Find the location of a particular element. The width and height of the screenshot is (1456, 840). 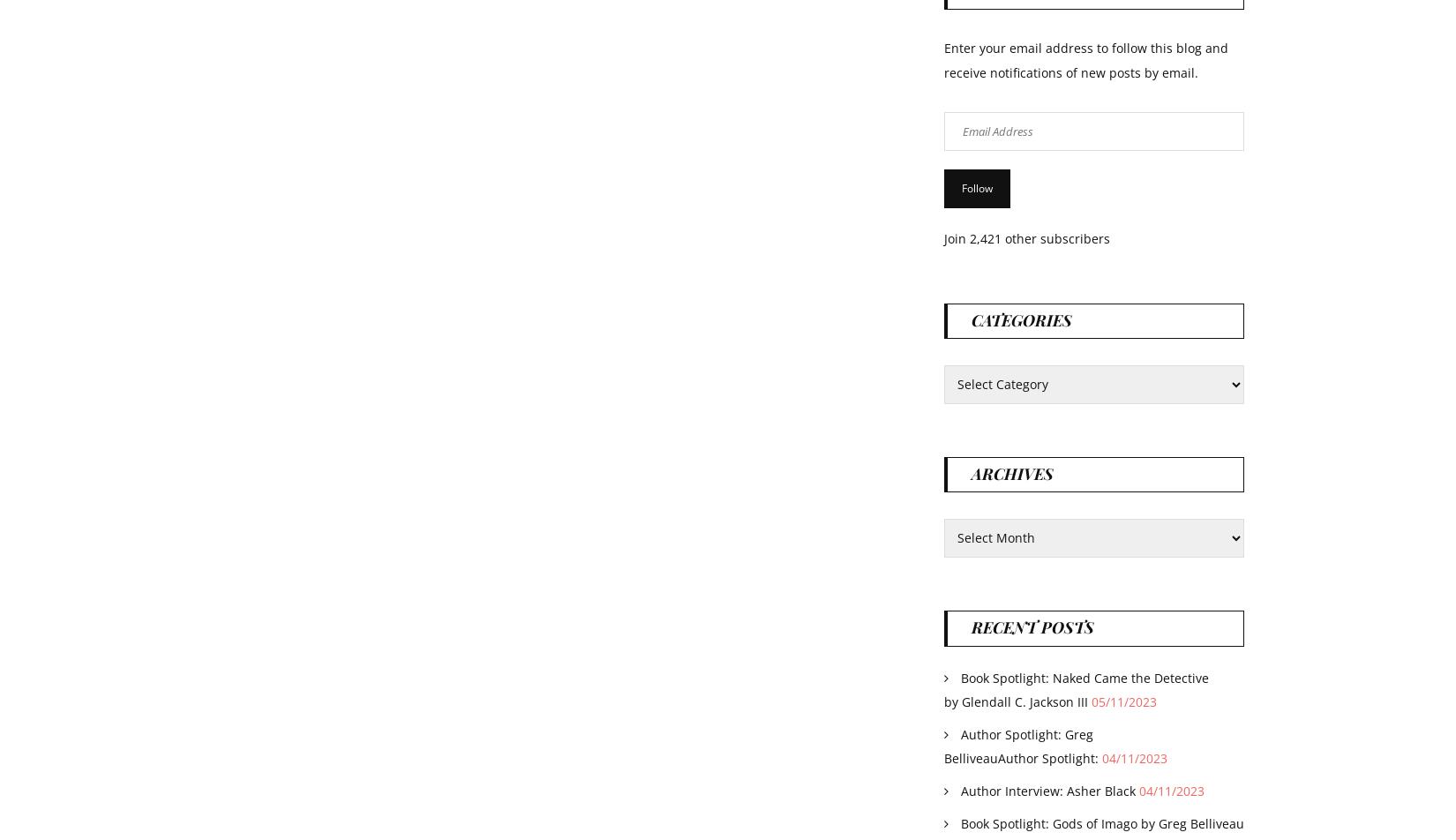

'Book Spotlight: Naked Came the Detective by Glendall C. Jackson III' is located at coordinates (1077, 689).